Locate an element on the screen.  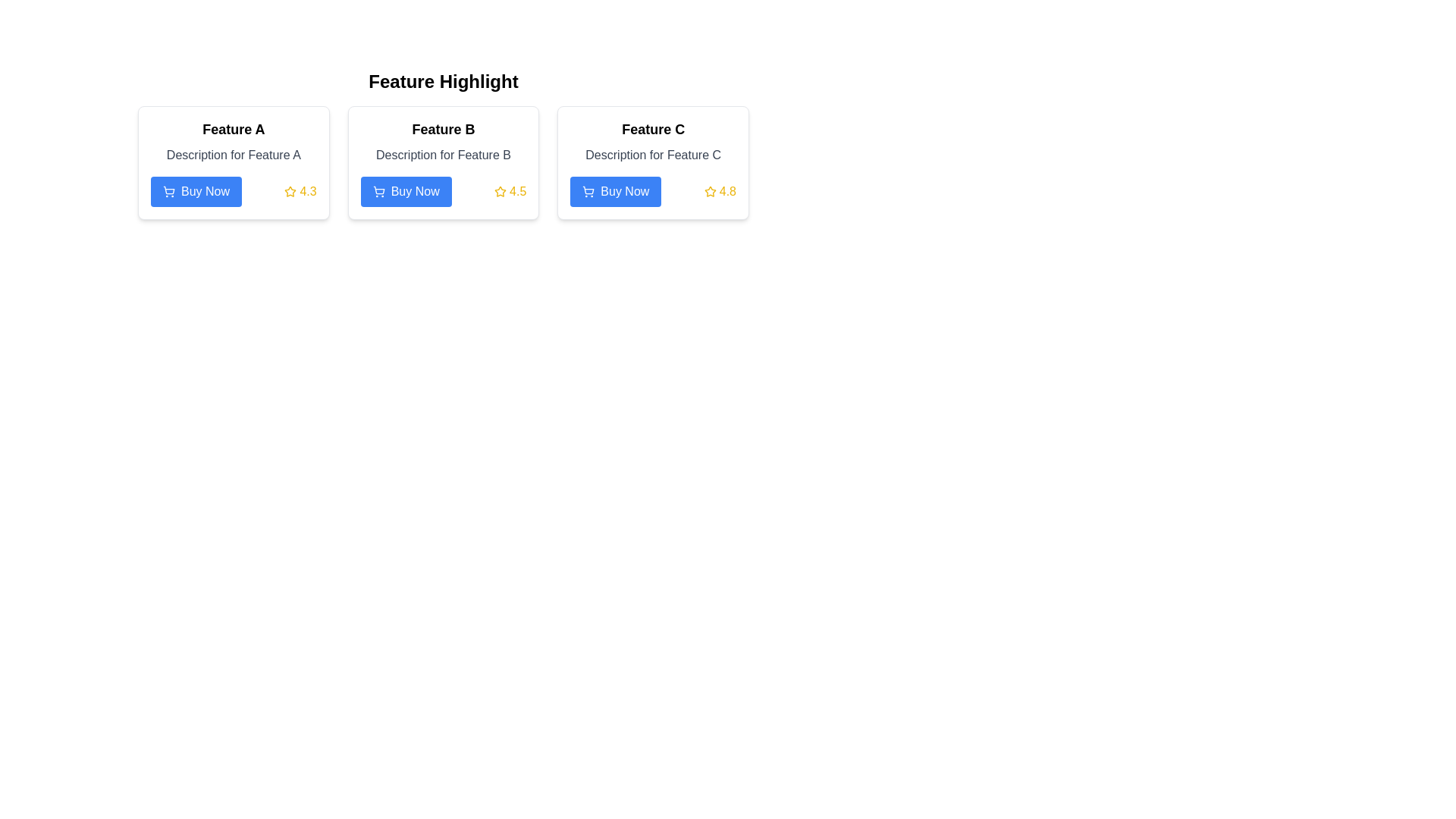
the interactive card in the second column, located below the 'Feature Highlight' section is located at coordinates (443, 163).